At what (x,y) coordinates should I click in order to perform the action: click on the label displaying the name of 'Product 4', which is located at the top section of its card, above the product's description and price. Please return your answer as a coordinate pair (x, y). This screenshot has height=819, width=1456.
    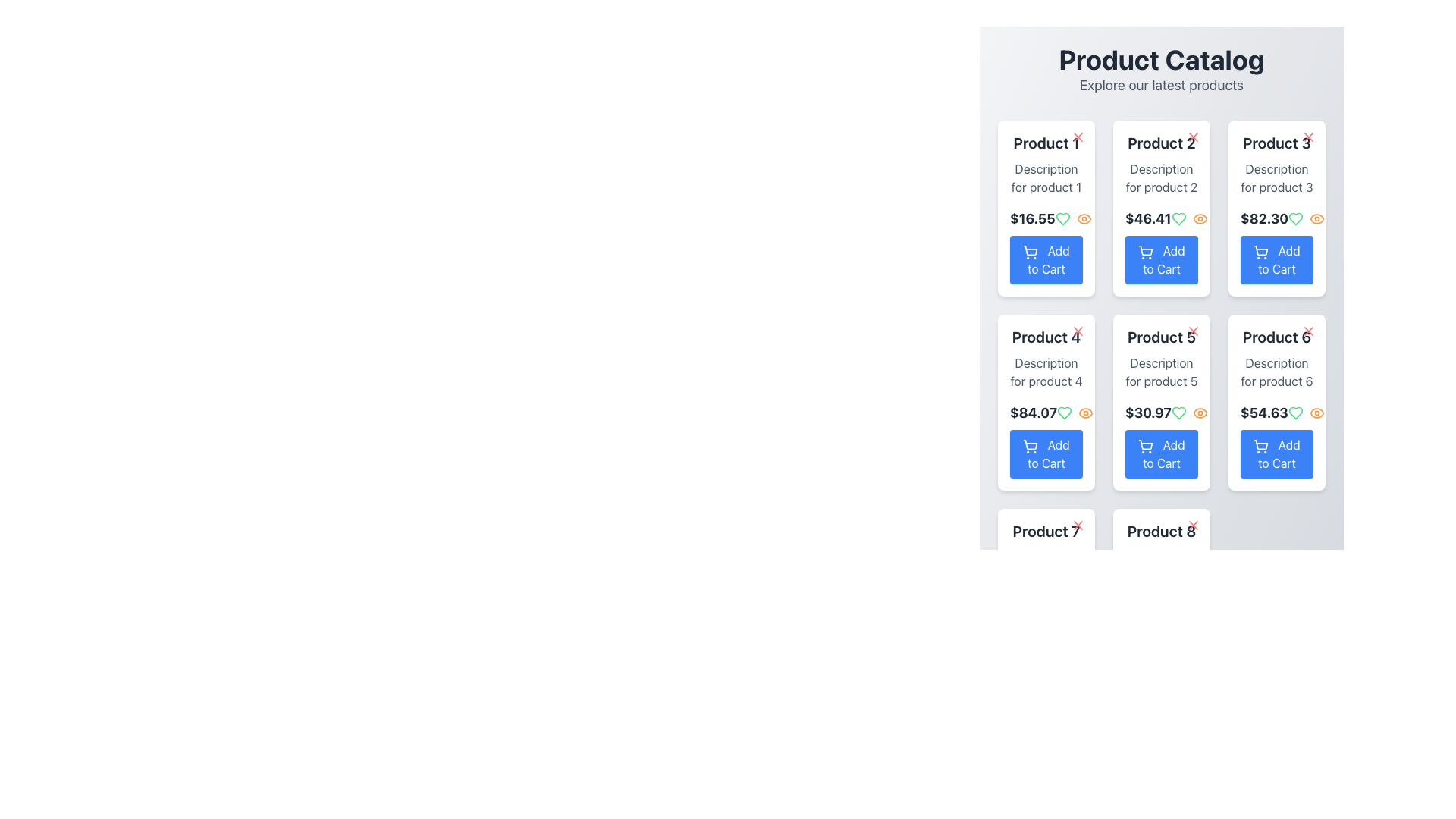
    Looking at the image, I should click on (1046, 336).